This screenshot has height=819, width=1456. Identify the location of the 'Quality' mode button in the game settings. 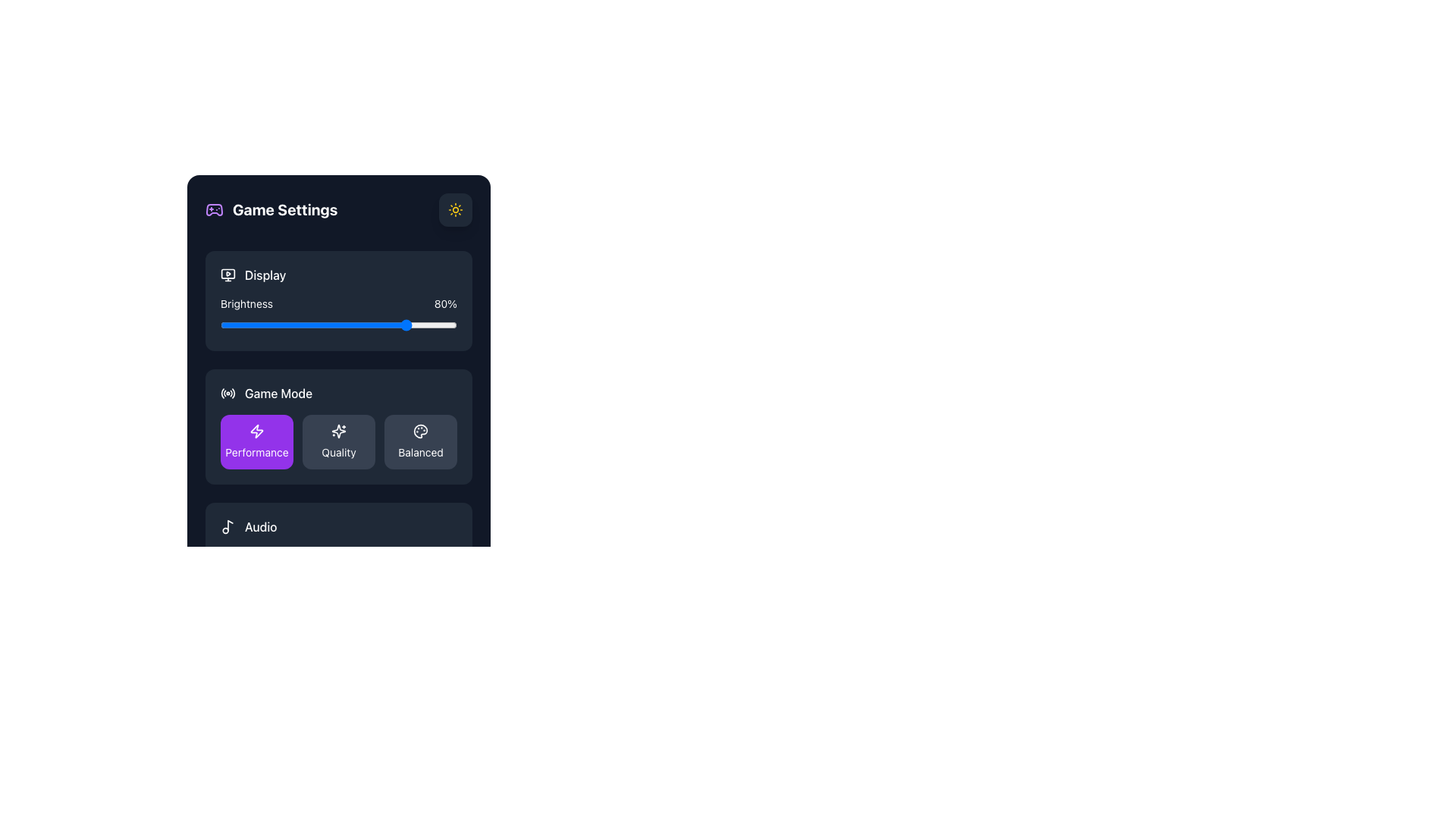
(337, 441).